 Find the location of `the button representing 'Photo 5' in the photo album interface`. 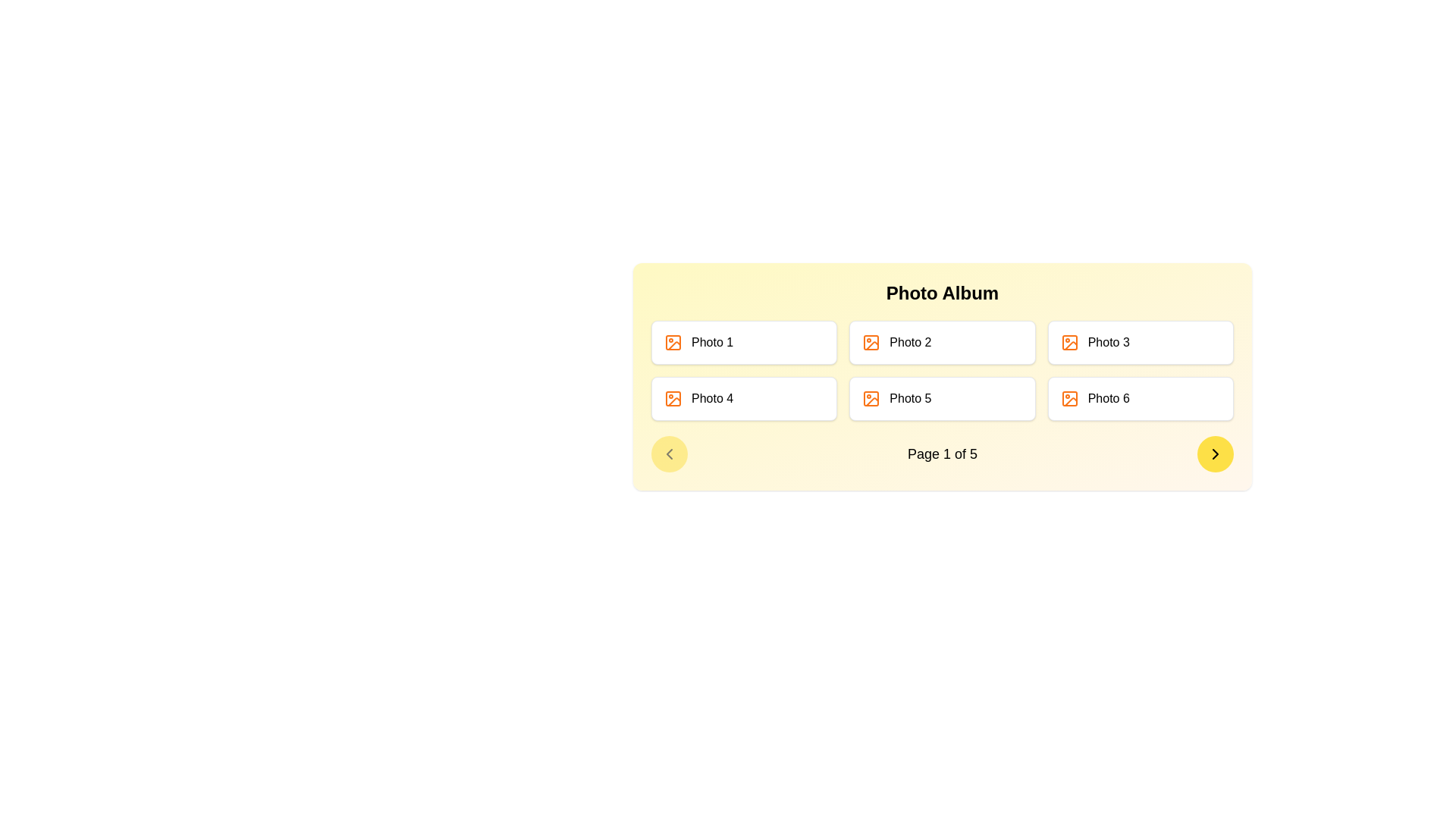

the button representing 'Photo 5' in the photo album interface is located at coordinates (942, 397).